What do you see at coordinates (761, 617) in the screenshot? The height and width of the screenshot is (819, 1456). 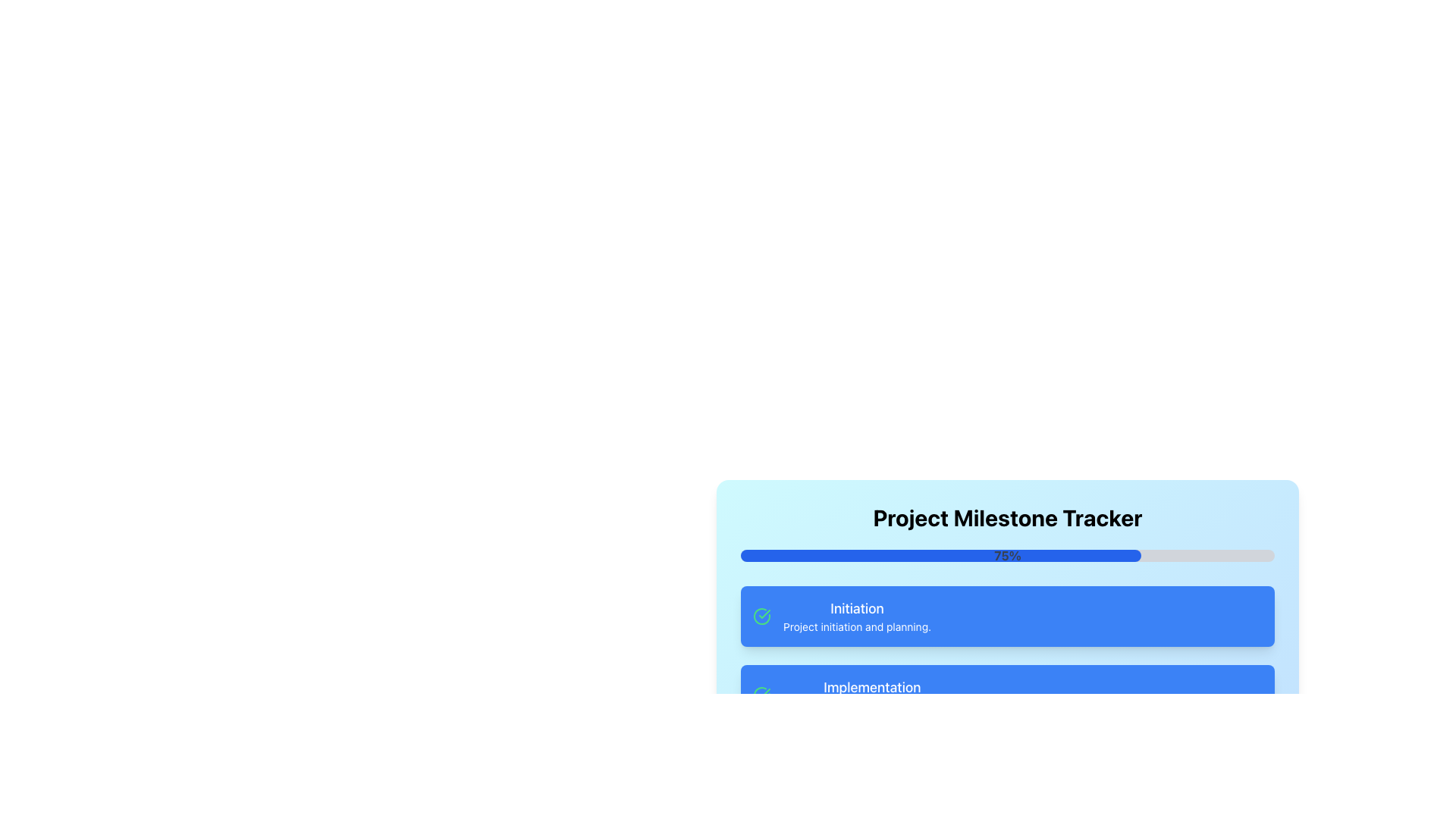 I see `the visual indicator icon that denotes the completed or active status of the 'Initiation' step in the project milestone tracker, located at the left end of the row labeled 'Initiation'` at bounding box center [761, 617].